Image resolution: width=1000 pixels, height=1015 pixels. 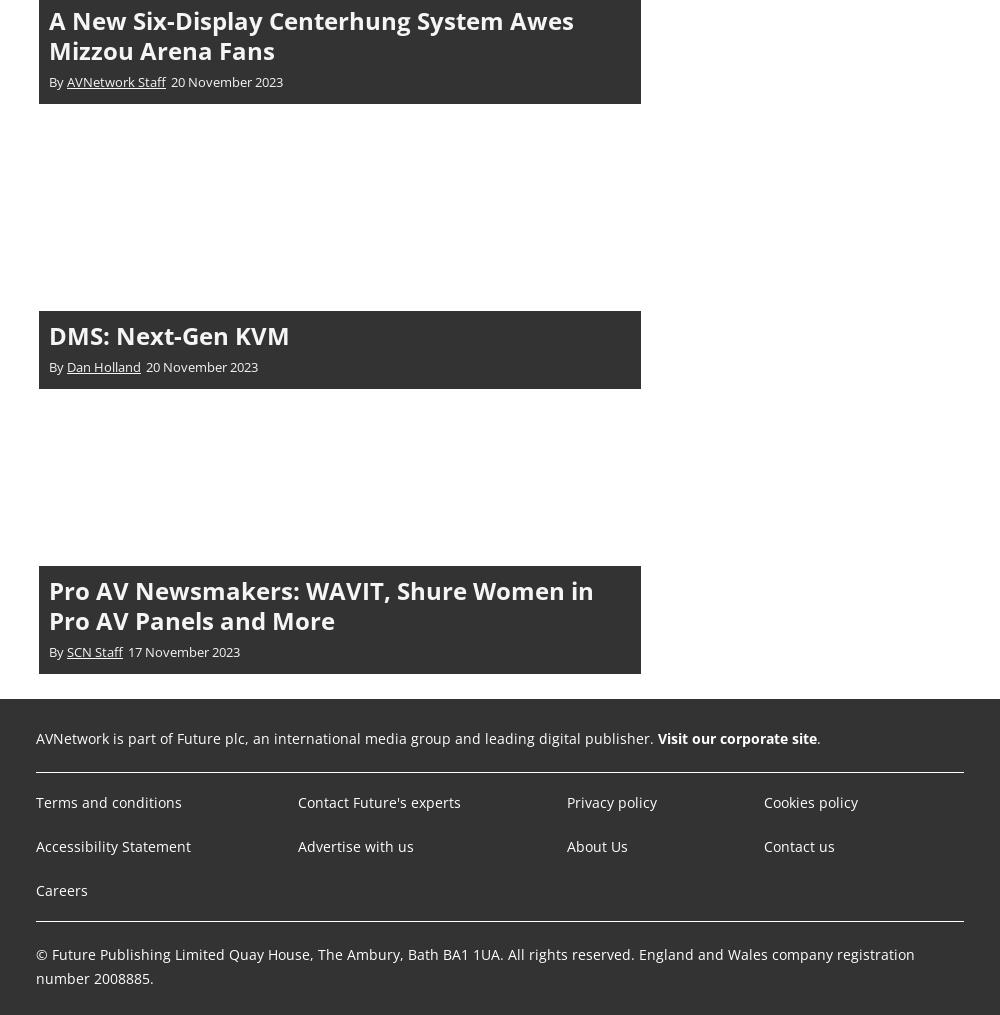 I want to click on 'About Us', so click(x=596, y=845).